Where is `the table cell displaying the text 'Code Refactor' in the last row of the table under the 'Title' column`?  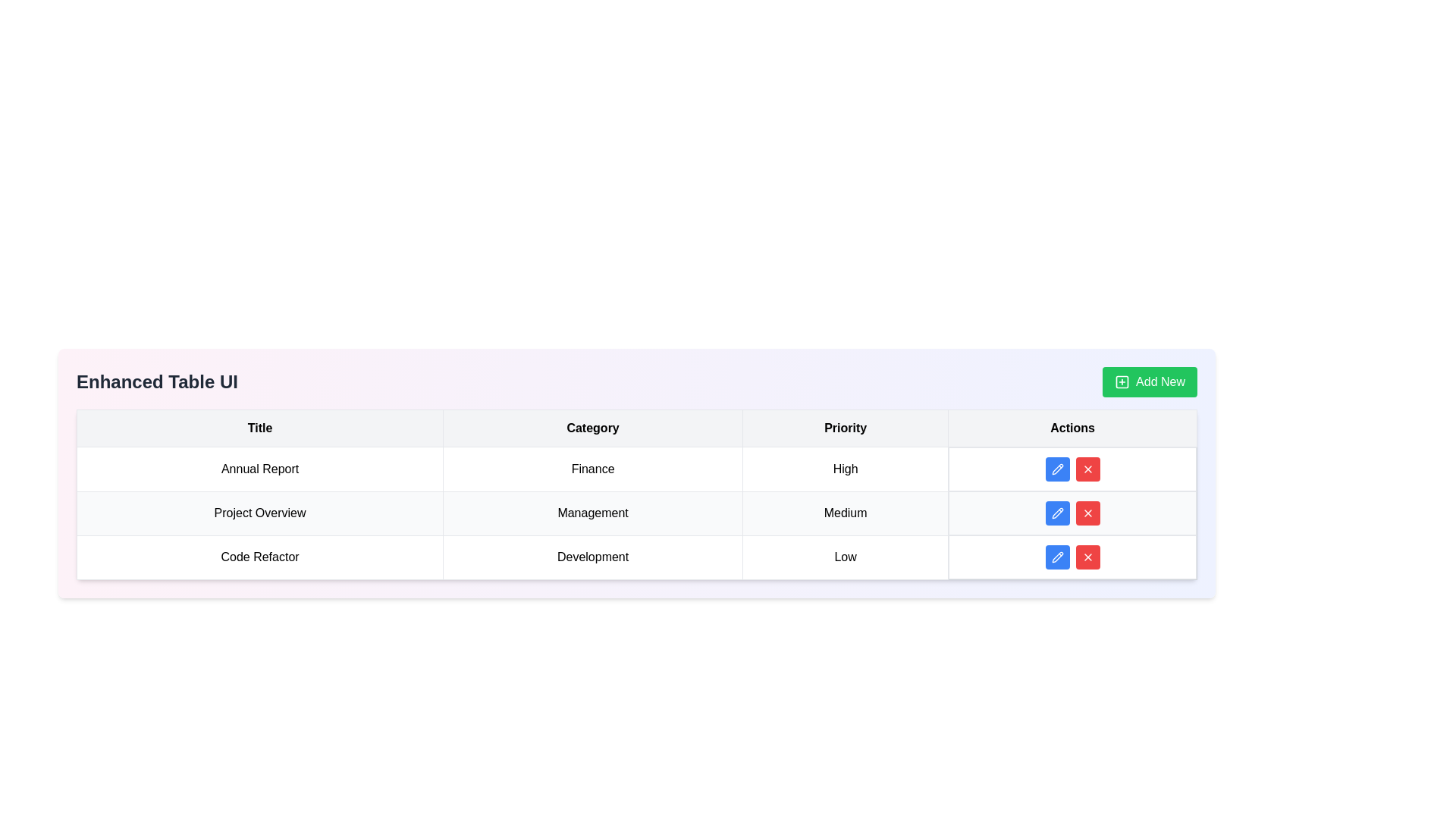
the table cell displaying the text 'Code Refactor' in the last row of the table under the 'Title' column is located at coordinates (260, 557).